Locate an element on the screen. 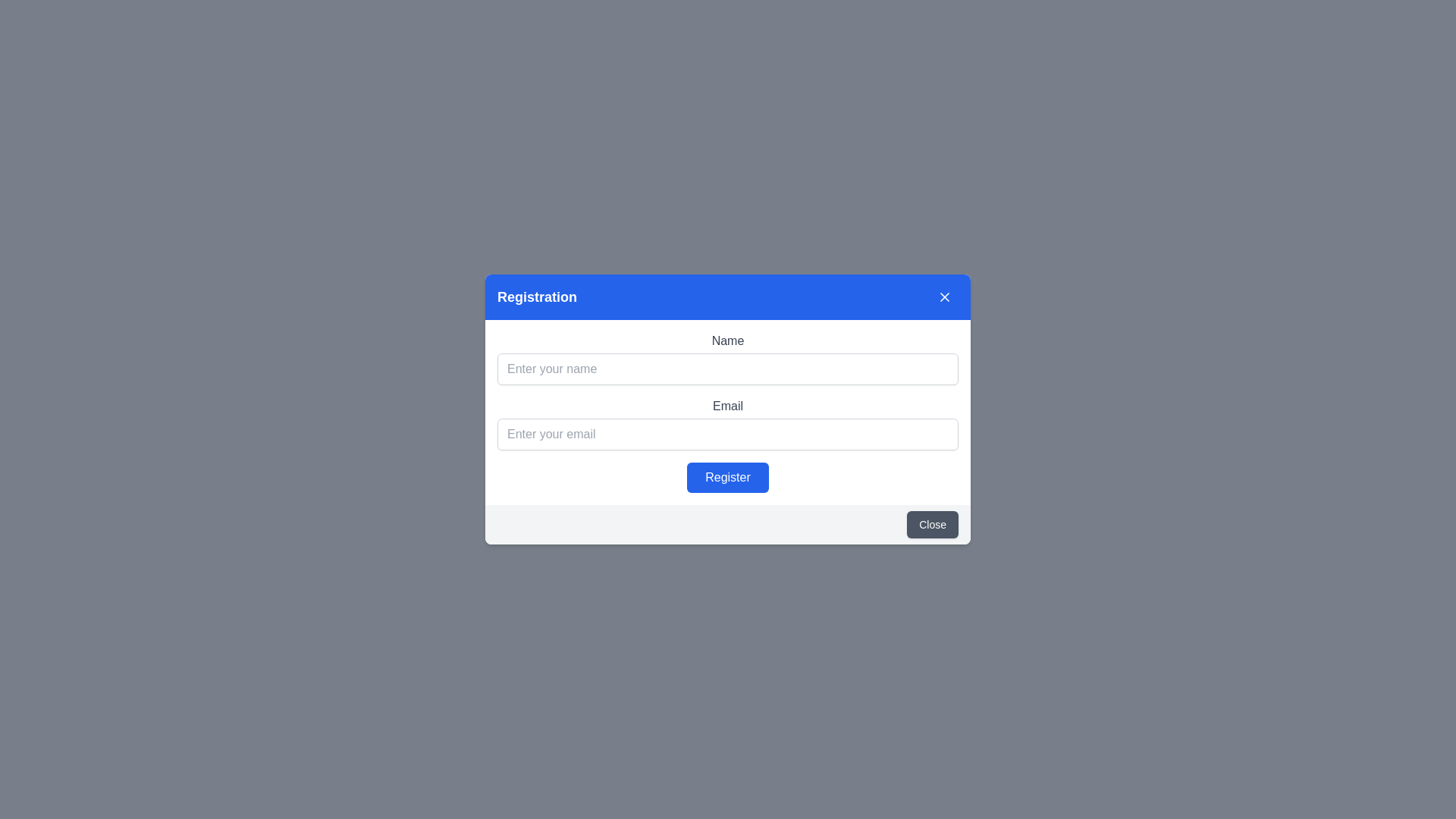 The width and height of the screenshot is (1456, 819). the 'Email' label, which is a dark gray text label positioned above the email input field in the center of the modal is located at coordinates (728, 406).